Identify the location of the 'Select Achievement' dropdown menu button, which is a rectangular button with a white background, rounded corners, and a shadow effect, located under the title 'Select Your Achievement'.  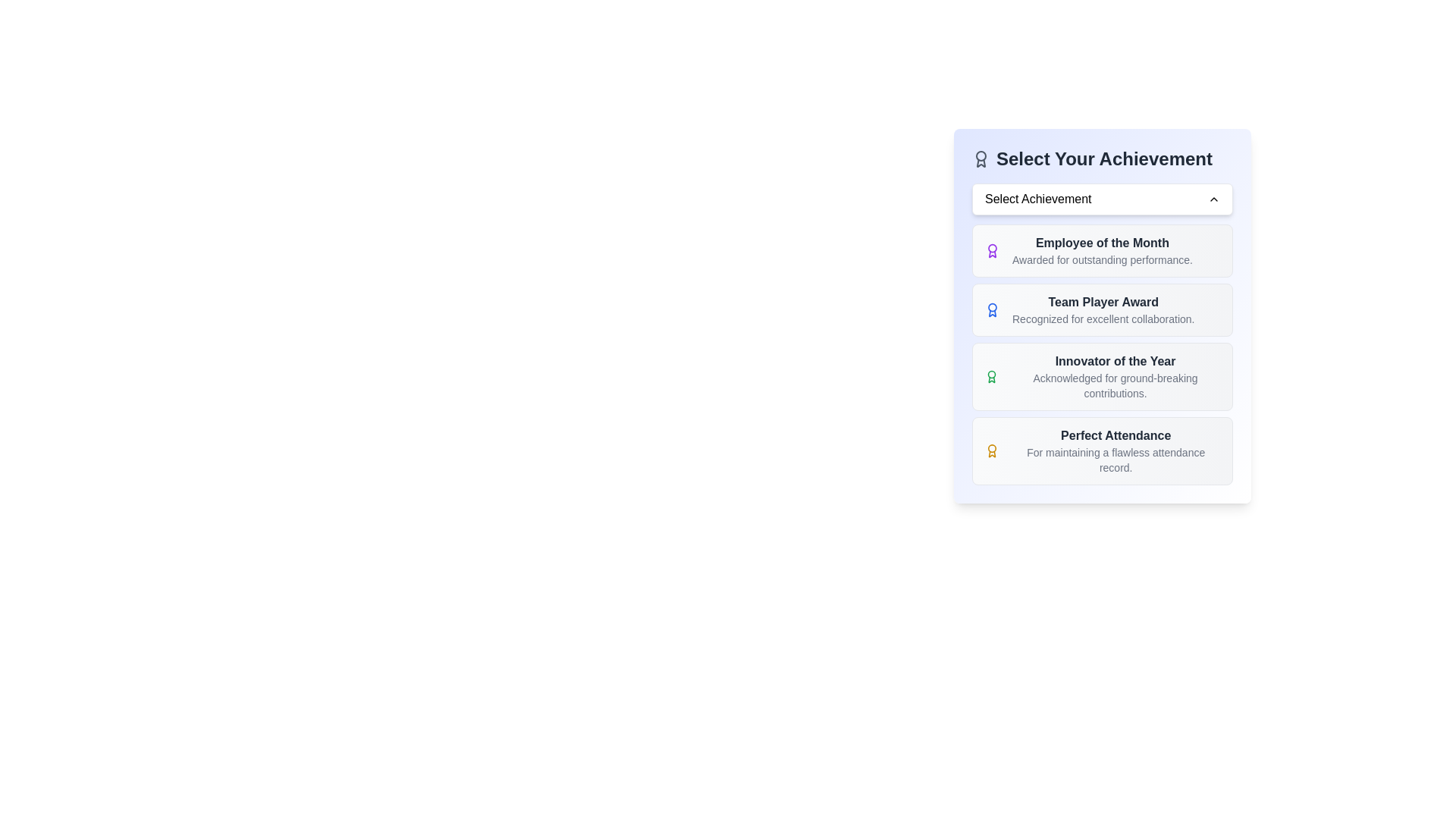
(1103, 198).